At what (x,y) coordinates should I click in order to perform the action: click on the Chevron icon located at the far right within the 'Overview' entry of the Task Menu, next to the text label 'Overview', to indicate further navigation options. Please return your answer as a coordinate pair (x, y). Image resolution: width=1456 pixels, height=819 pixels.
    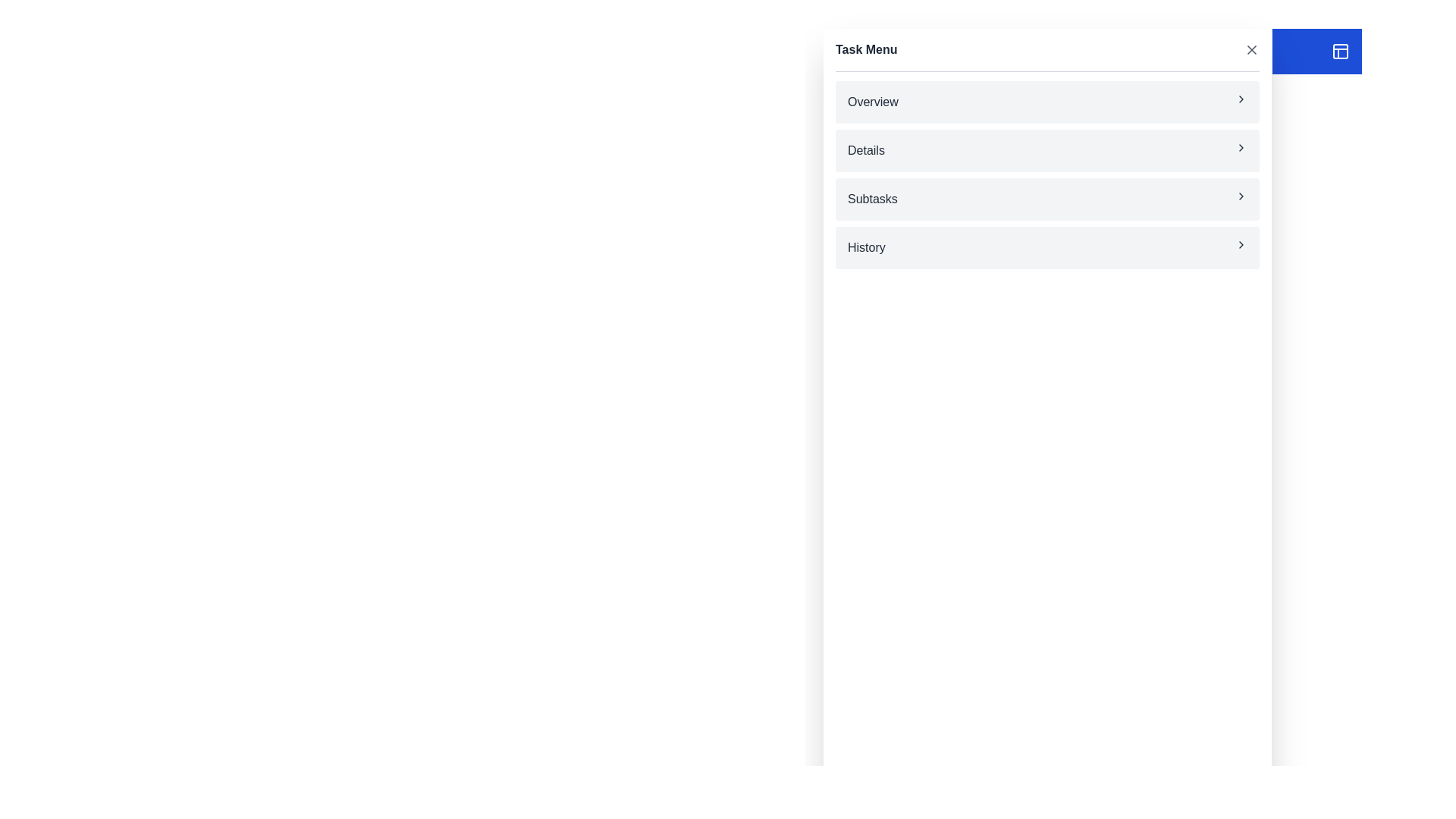
    Looking at the image, I should click on (1241, 99).